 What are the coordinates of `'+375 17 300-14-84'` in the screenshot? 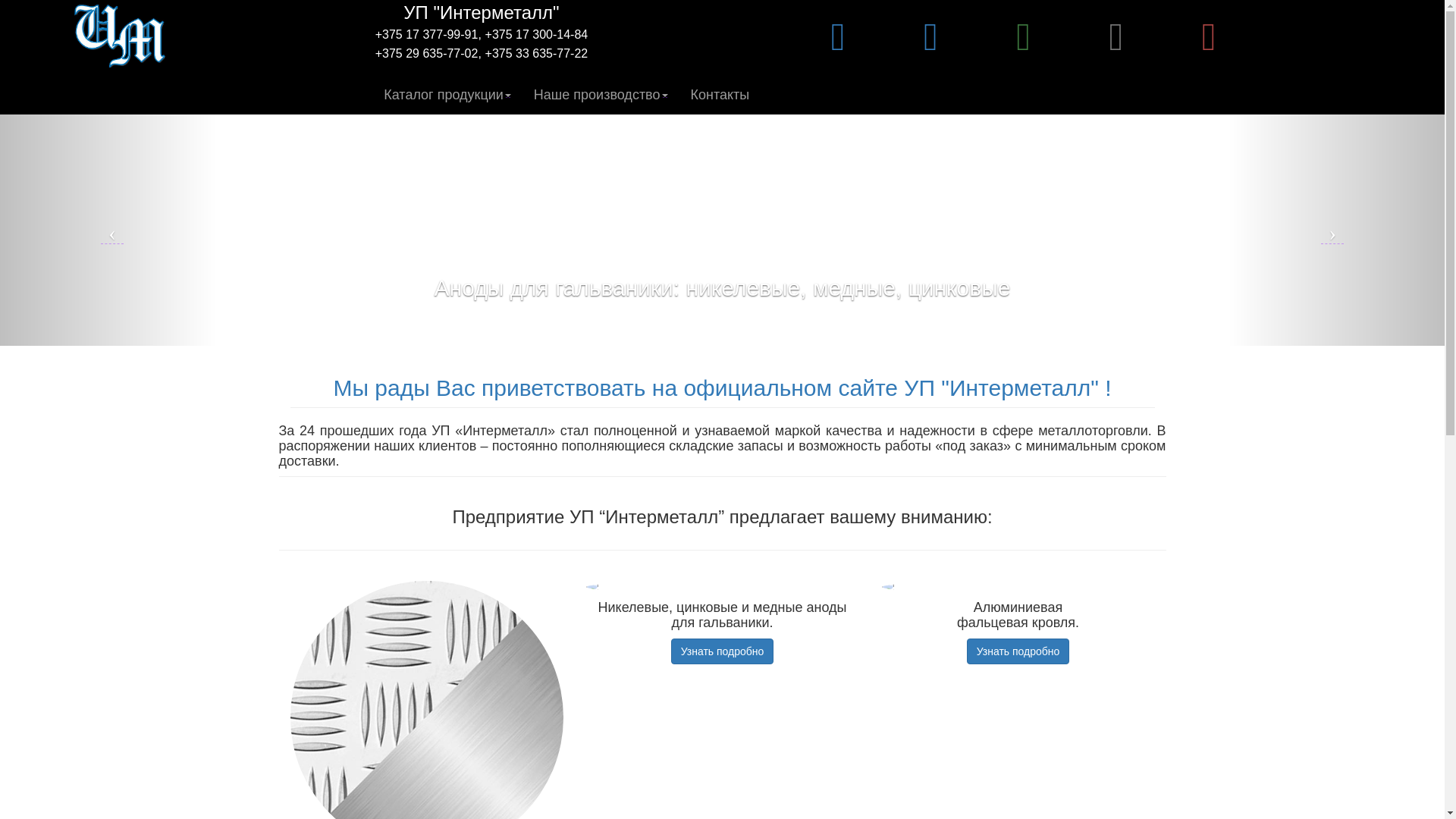 It's located at (484, 34).